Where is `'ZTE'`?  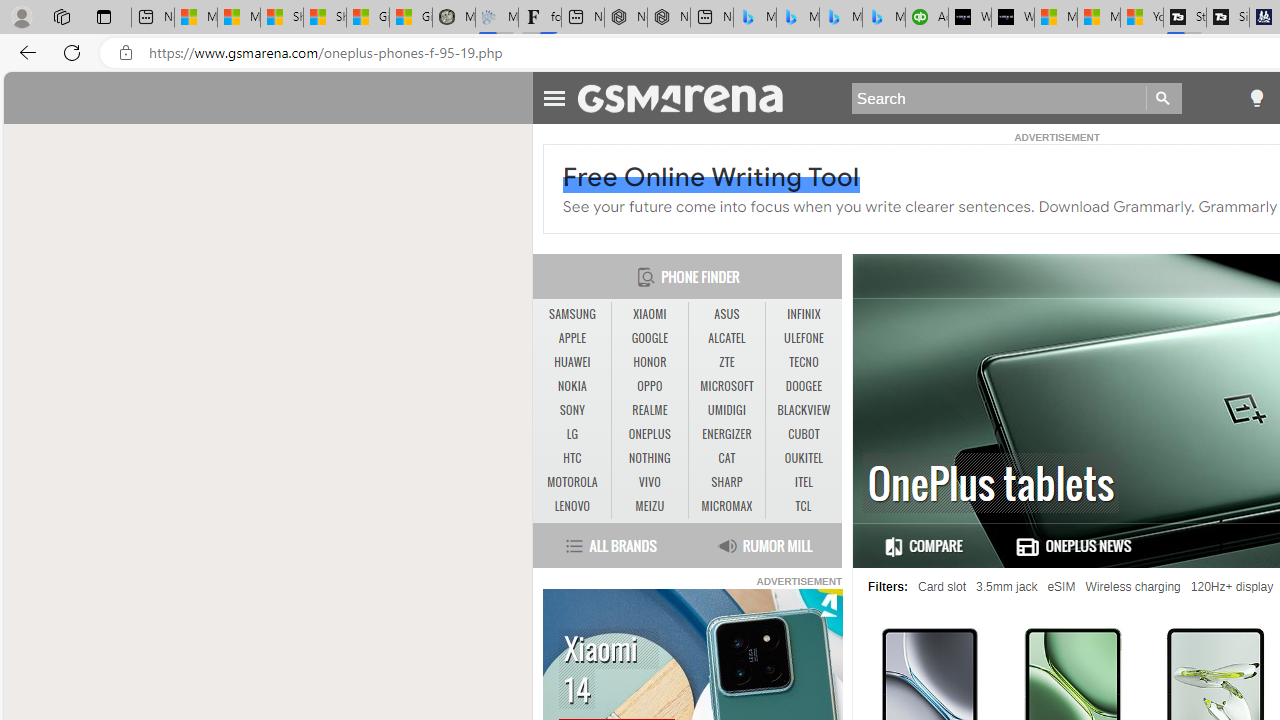 'ZTE' is located at coordinates (726, 362).